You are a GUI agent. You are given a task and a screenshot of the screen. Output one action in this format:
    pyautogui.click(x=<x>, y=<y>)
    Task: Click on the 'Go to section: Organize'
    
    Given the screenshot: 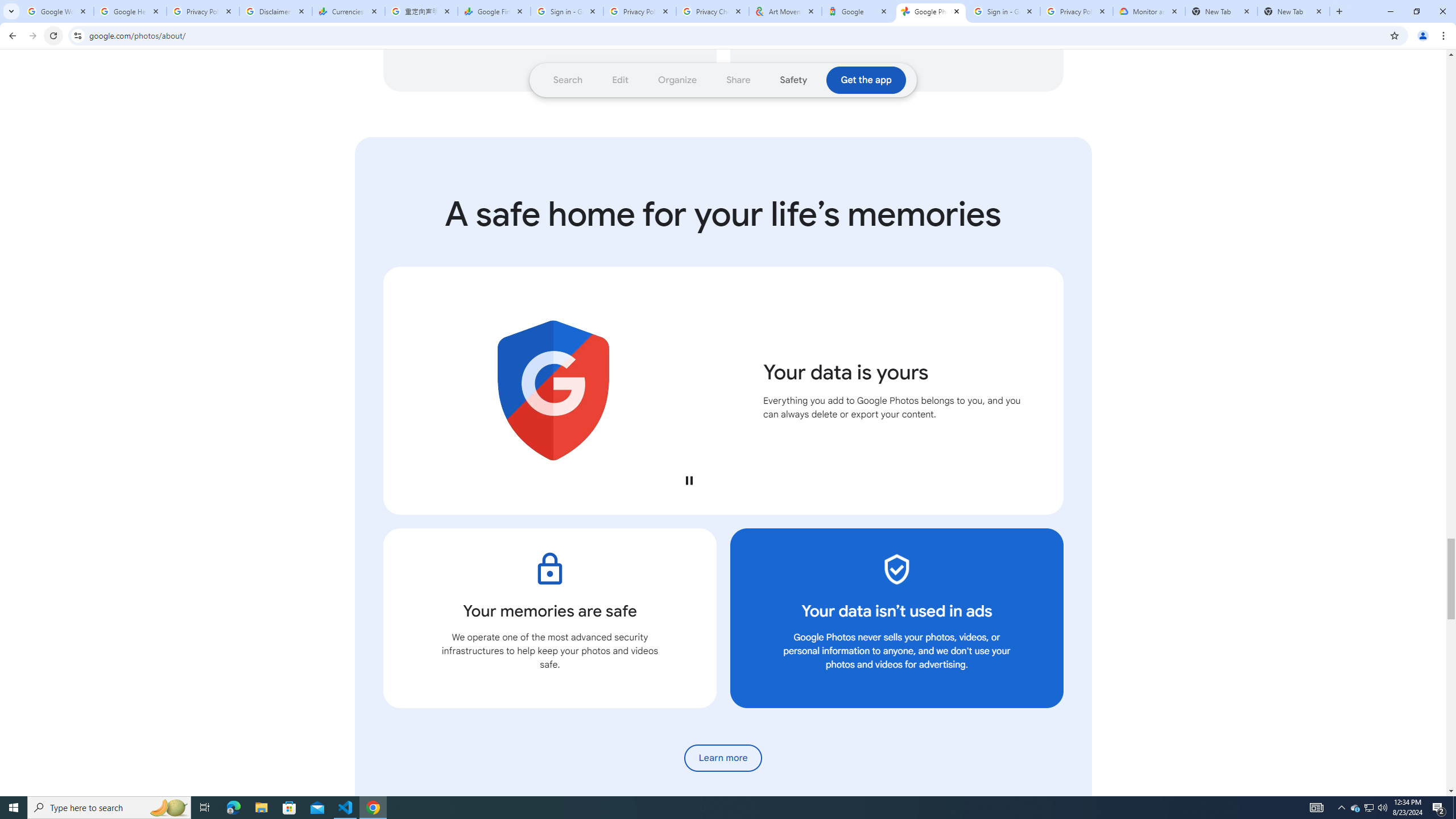 What is the action you would take?
    pyautogui.click(x=677, y=80)
    